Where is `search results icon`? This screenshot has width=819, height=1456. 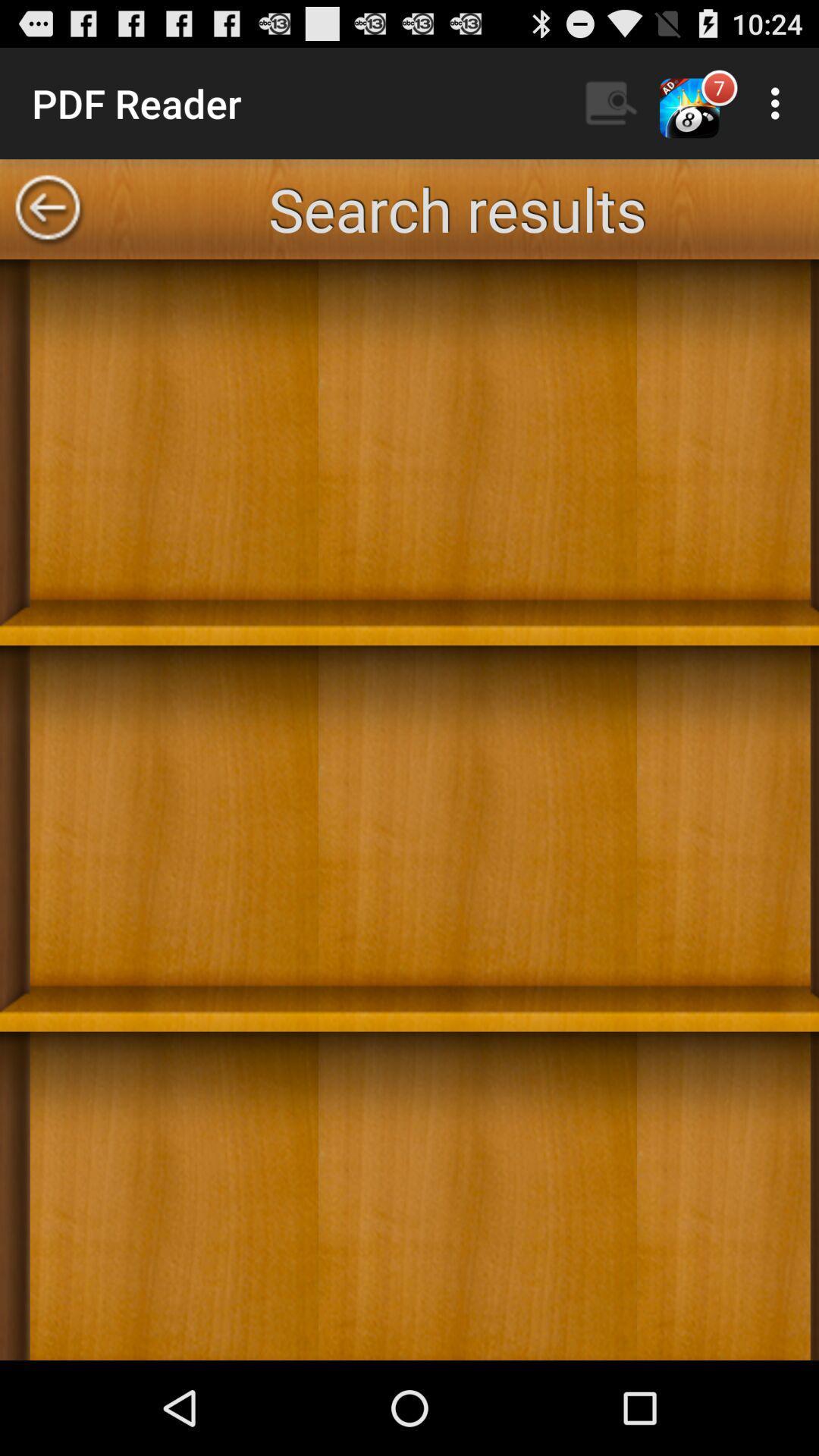 search results icon is located at coordinates (456, 208).